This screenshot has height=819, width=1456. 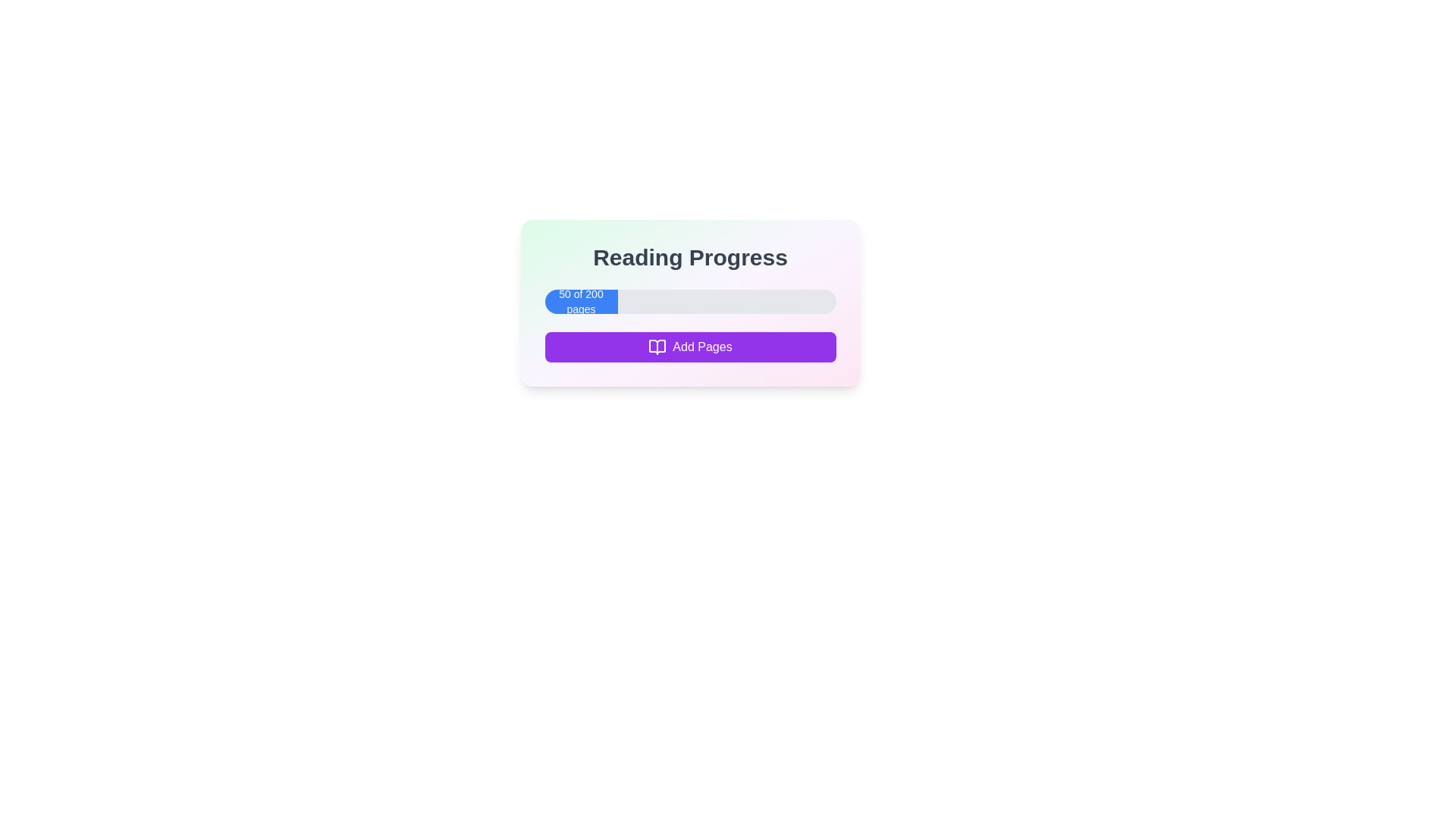 What do you see at coordinates (689, 301) in the screenshot?
I see `the progress bar that visually represents reading progress, located below the 'Reading Progress' title and above the 'Add Pages' button` at bounding box center [689, 301].